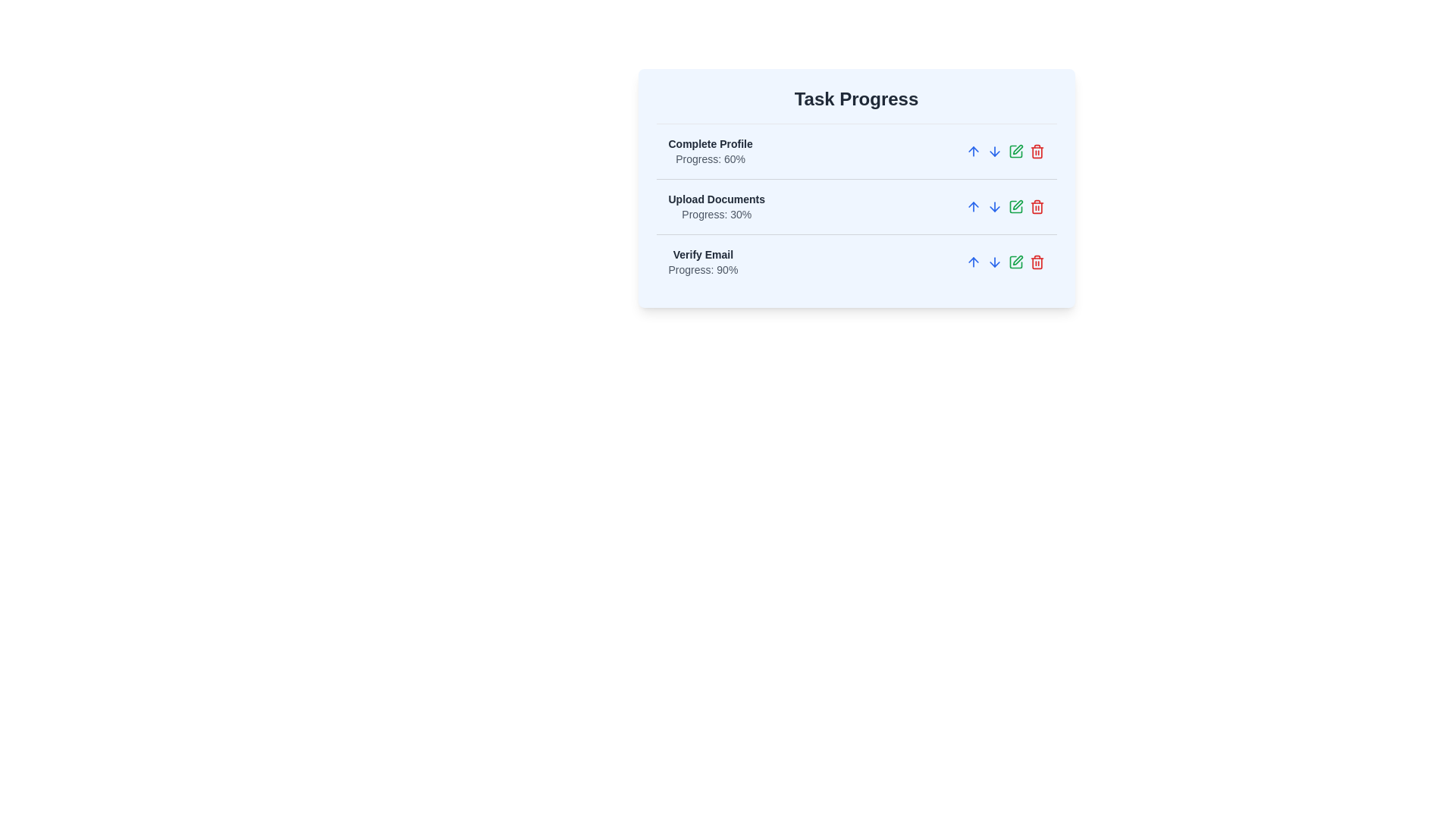  What do you see at coordinates (973, 262) in the screenshot?
I see `the first icon in the bottom row of action buttons for the 'Verify Email' task to increase its priority` at bounding box center [973, 262].